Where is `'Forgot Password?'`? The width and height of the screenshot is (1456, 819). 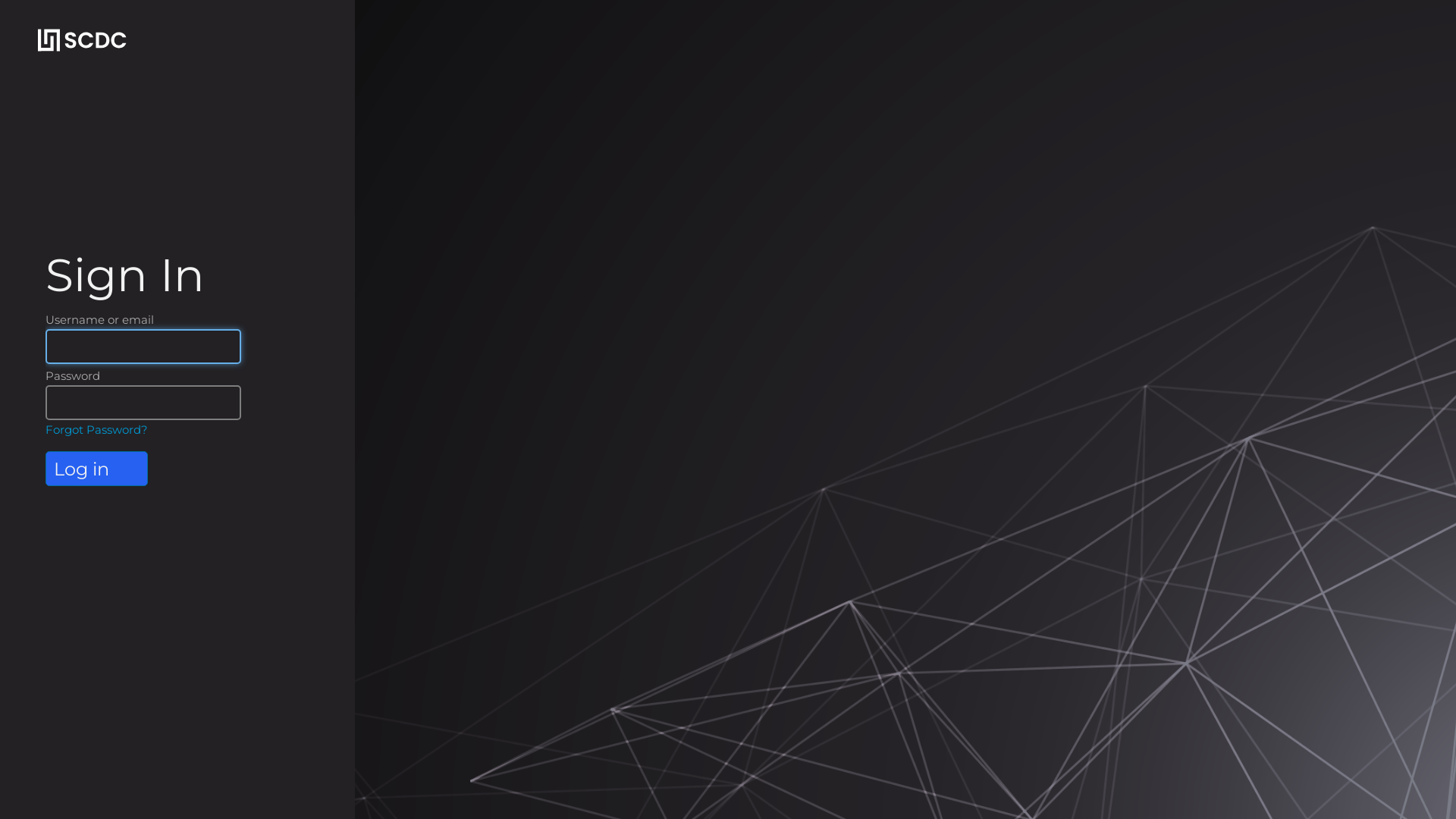
'Forgot Password?' is located at coordinates (45, 429).